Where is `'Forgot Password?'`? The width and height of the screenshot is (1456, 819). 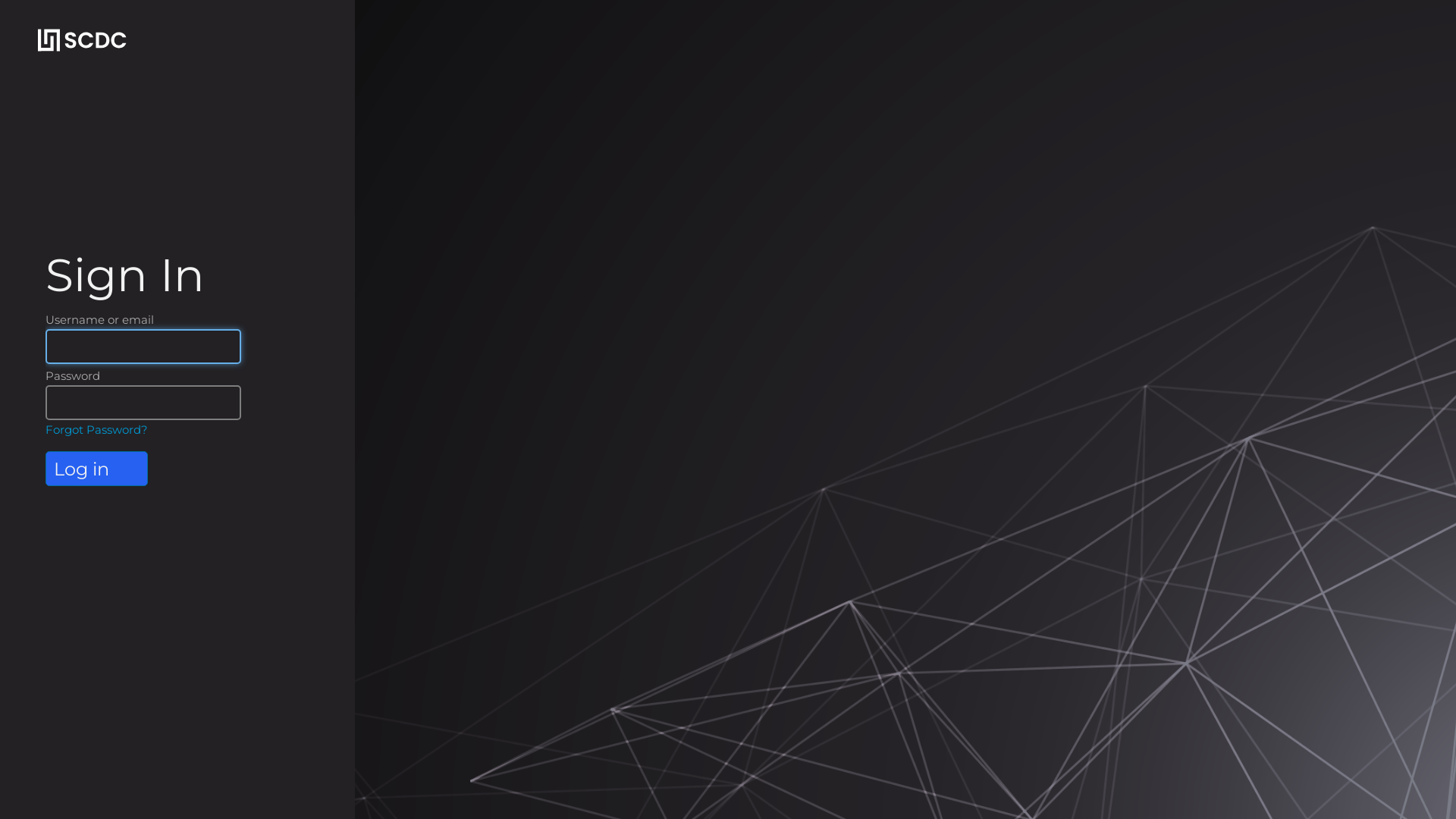
'Forgot Password?' is located at coordinates (45, 429).